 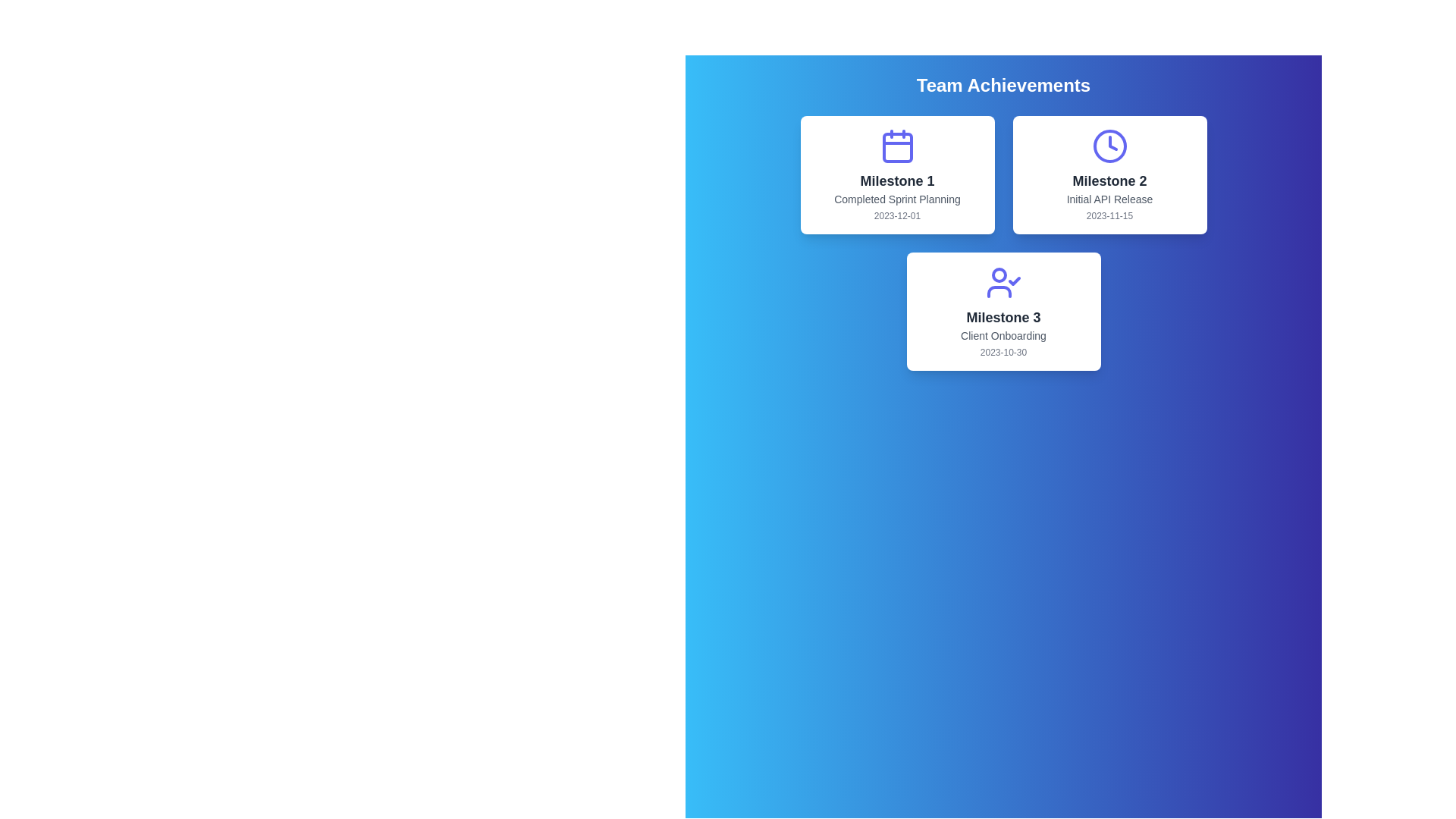 I want to click on the purple clock icon located in the top-right card of the three cards, which is situated above the text 'Milestone 2', 'Initial API Release', and '2023-11-15', so click(x=1109, y=146).